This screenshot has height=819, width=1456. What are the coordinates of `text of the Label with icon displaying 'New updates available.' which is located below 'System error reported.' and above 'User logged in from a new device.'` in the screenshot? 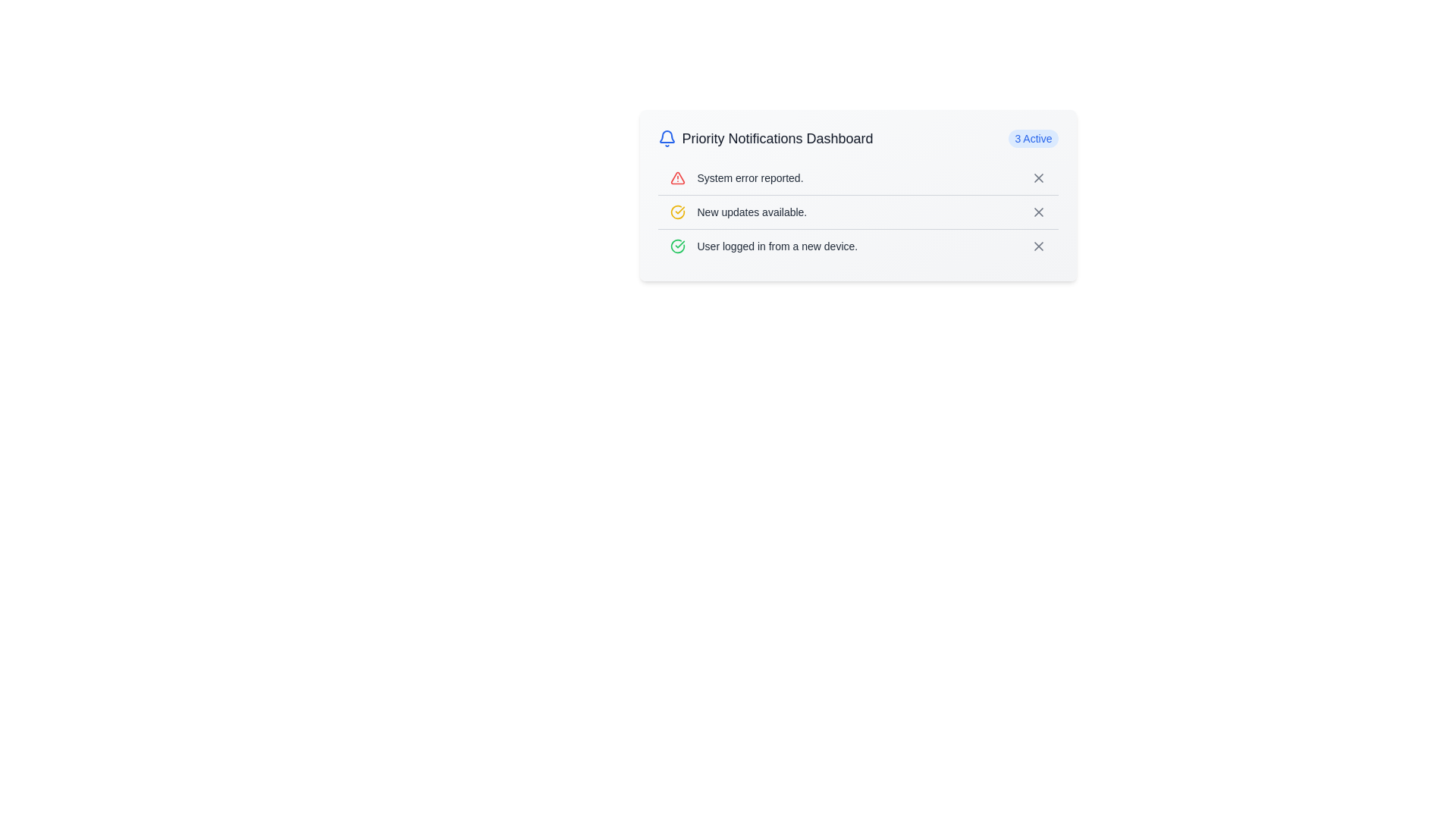 It's located at (738, 212).